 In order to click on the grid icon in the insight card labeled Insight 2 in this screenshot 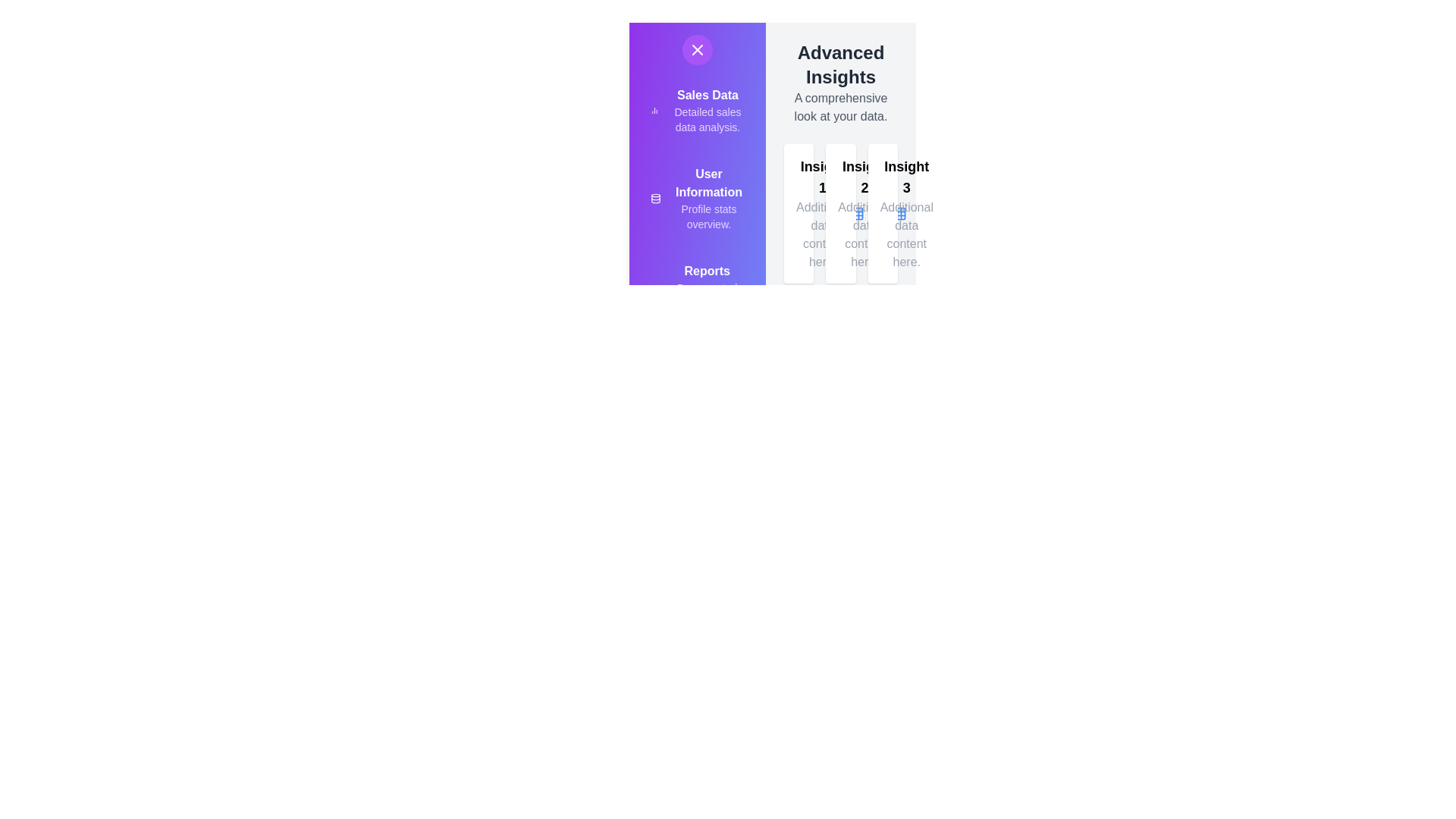, I will do `click(899, 213)`.